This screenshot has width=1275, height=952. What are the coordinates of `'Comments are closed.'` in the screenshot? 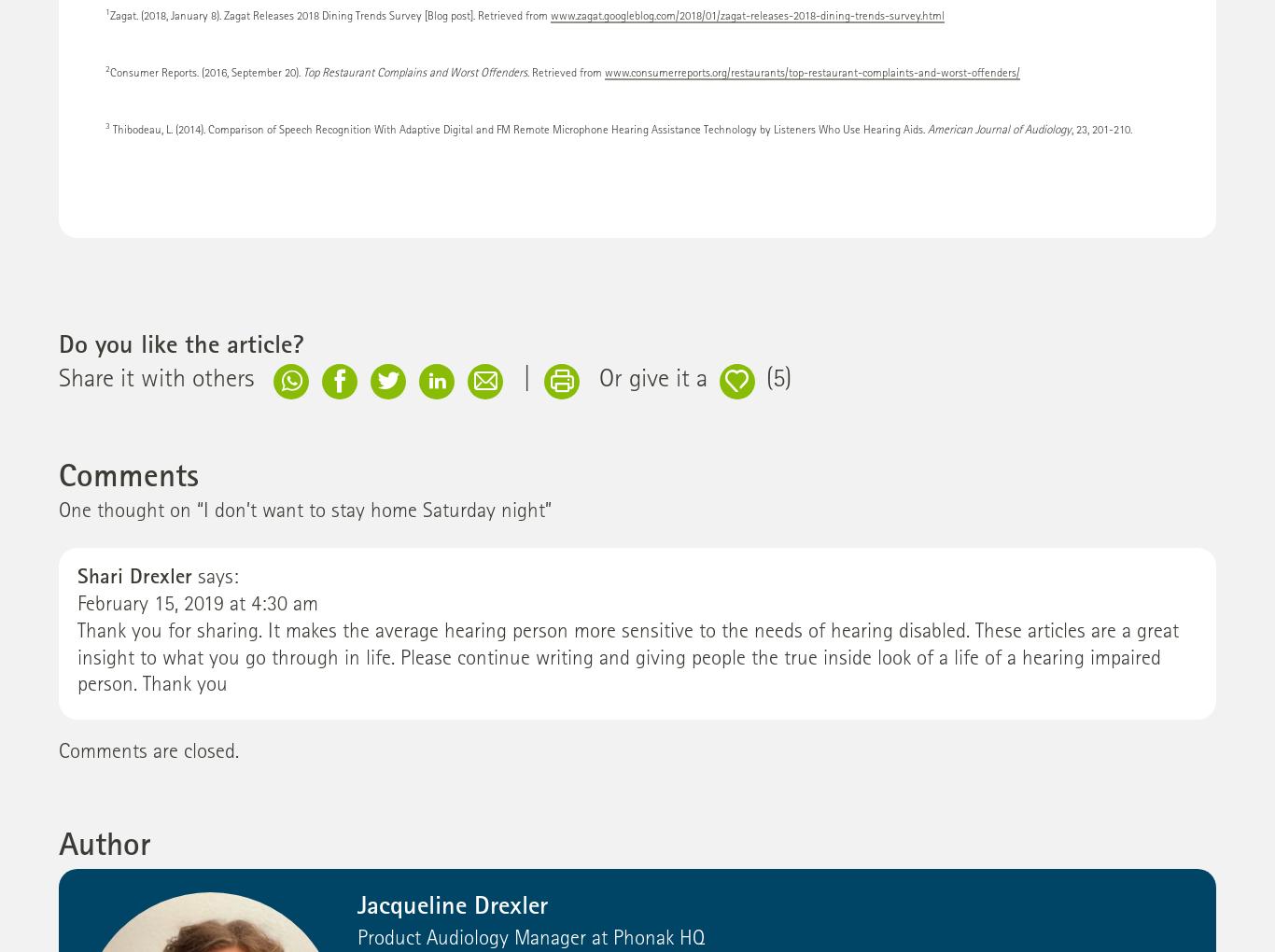 It's located at (147, 752).